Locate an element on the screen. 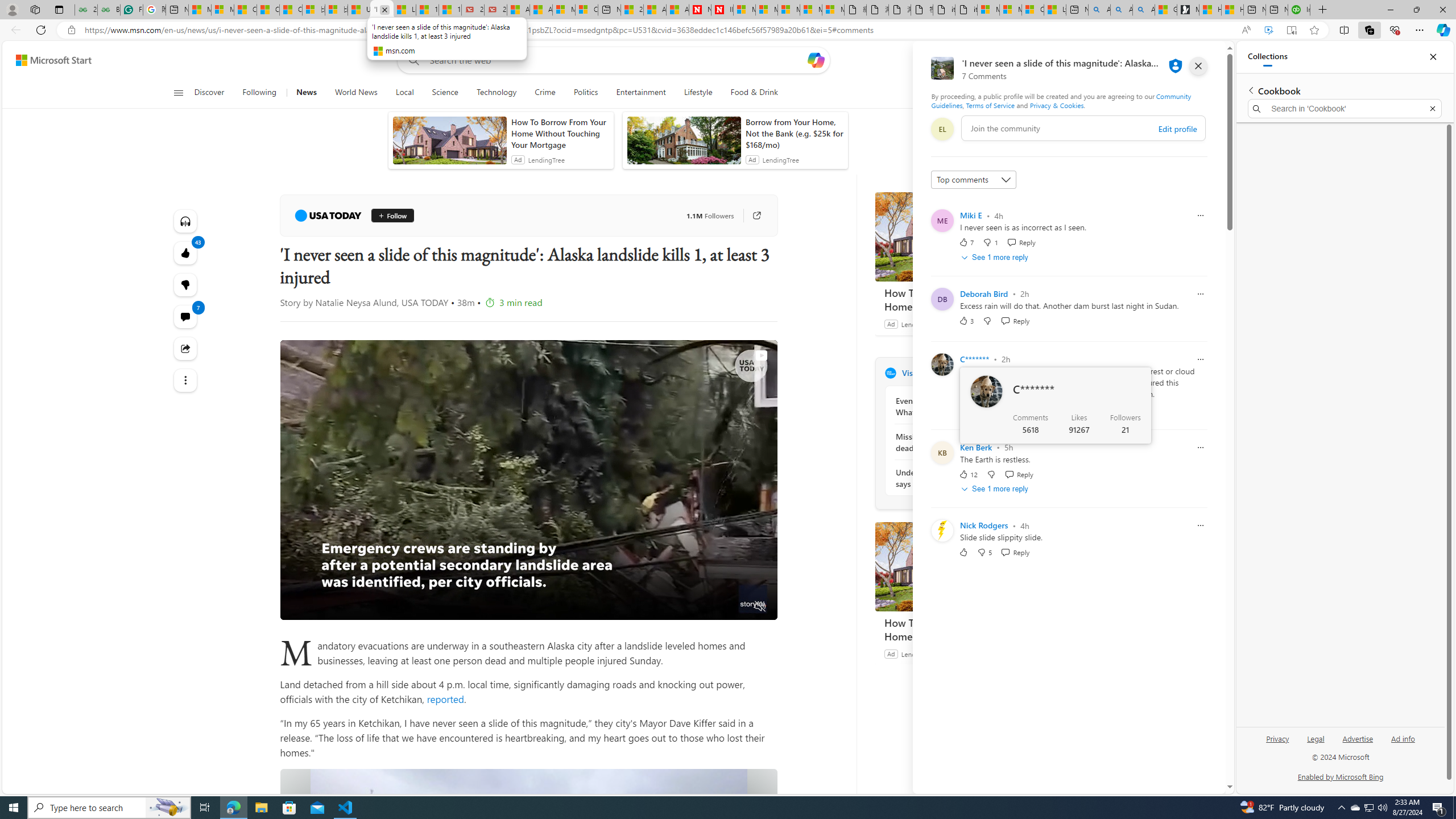  'Best SSL Certificates Provider in India - GeeksforGeeks' is located at coordinates (109, 9).